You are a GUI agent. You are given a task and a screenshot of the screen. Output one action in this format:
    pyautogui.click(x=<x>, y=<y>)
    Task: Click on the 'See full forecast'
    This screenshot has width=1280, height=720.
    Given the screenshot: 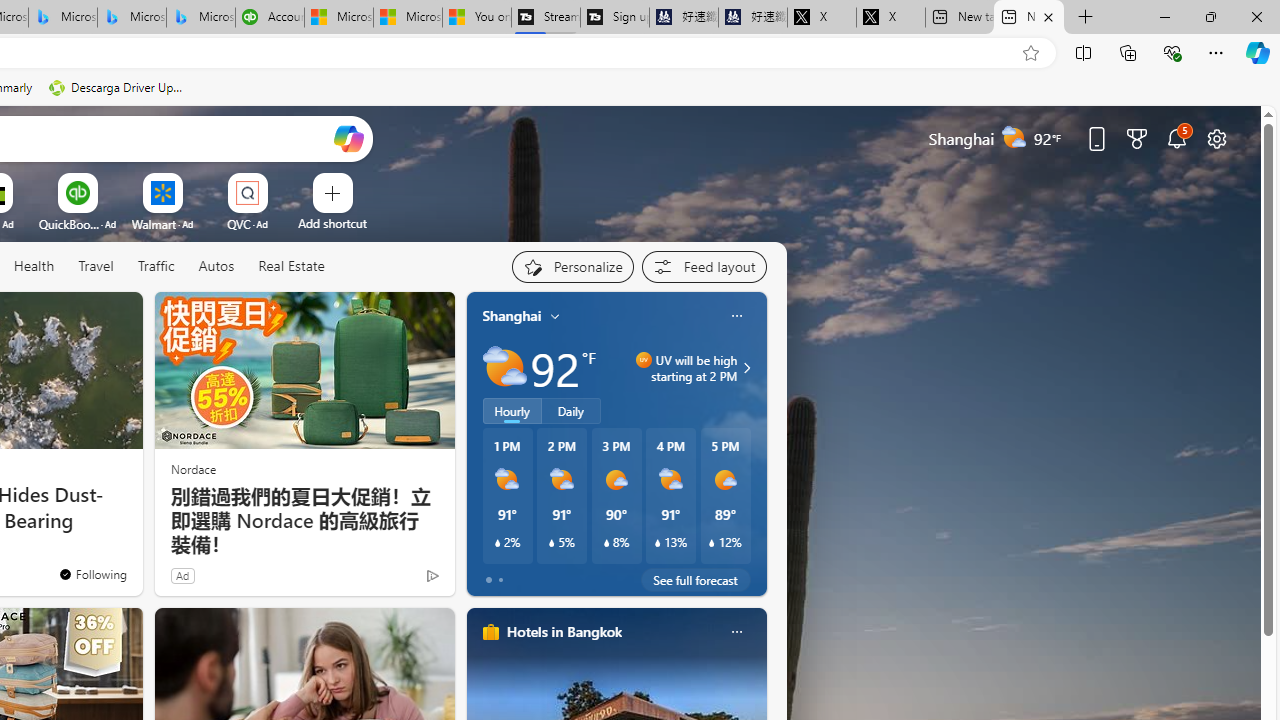 What is the action you would take?
    pyautogui.click(x=695, y=579)
    